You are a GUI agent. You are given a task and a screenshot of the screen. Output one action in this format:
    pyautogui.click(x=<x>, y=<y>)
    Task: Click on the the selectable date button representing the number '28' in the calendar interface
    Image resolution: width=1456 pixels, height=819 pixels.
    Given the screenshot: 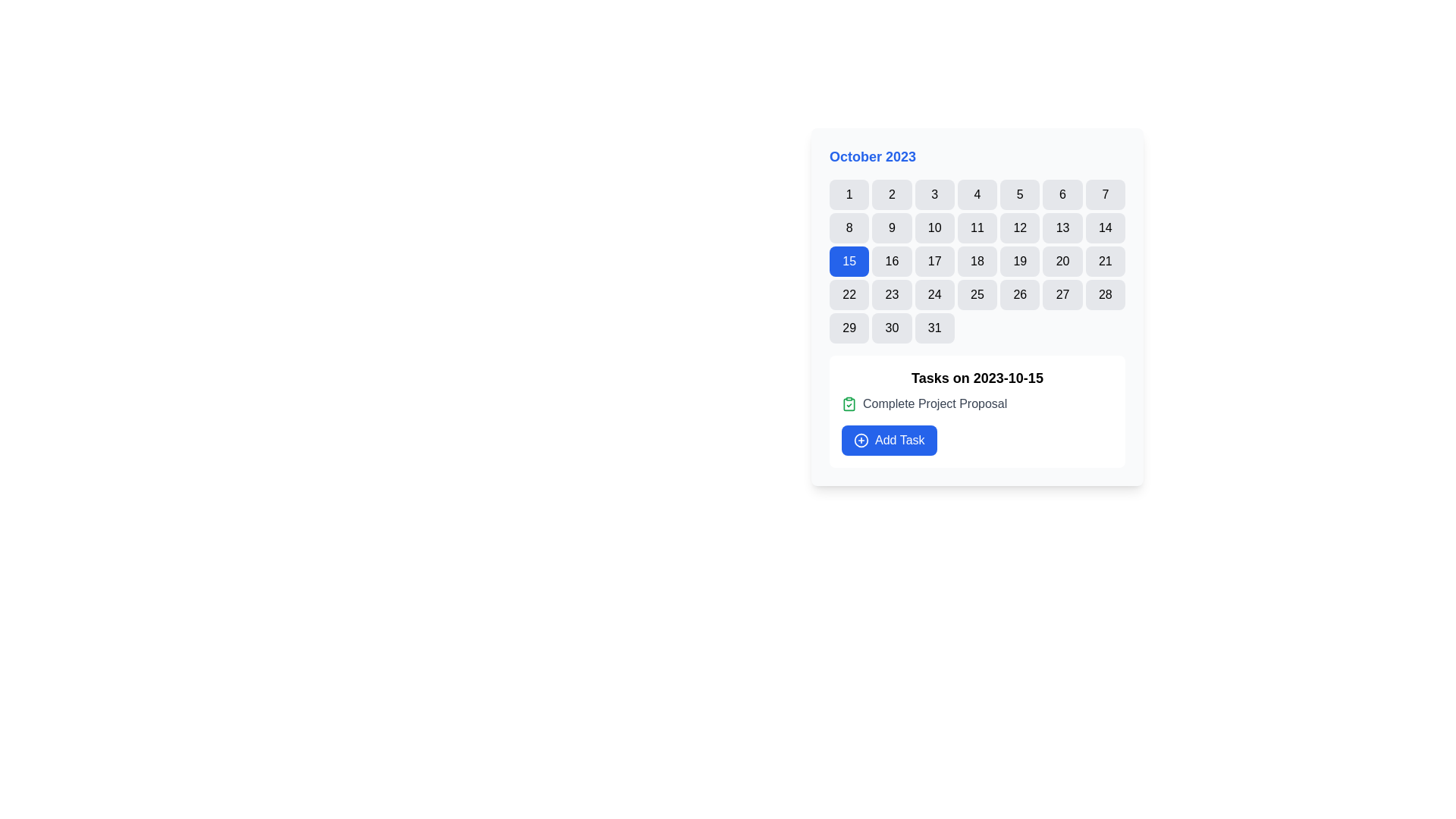 What is the action you would take?
    pyautogui.click(x=1105, y=295)
    